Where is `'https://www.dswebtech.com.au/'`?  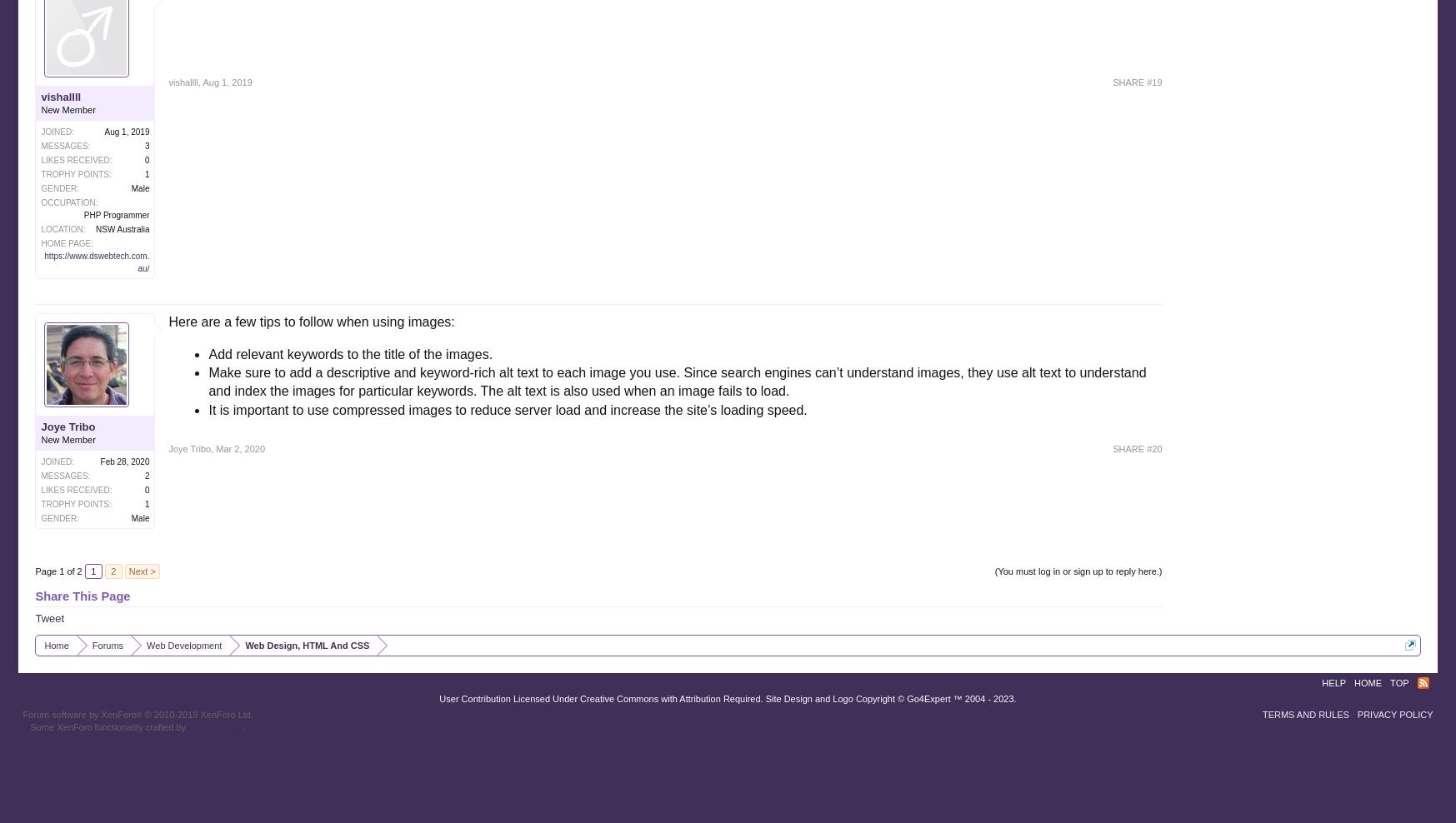 'https://www.dswebtech.com.au/' is located at coordinates (97, 262).